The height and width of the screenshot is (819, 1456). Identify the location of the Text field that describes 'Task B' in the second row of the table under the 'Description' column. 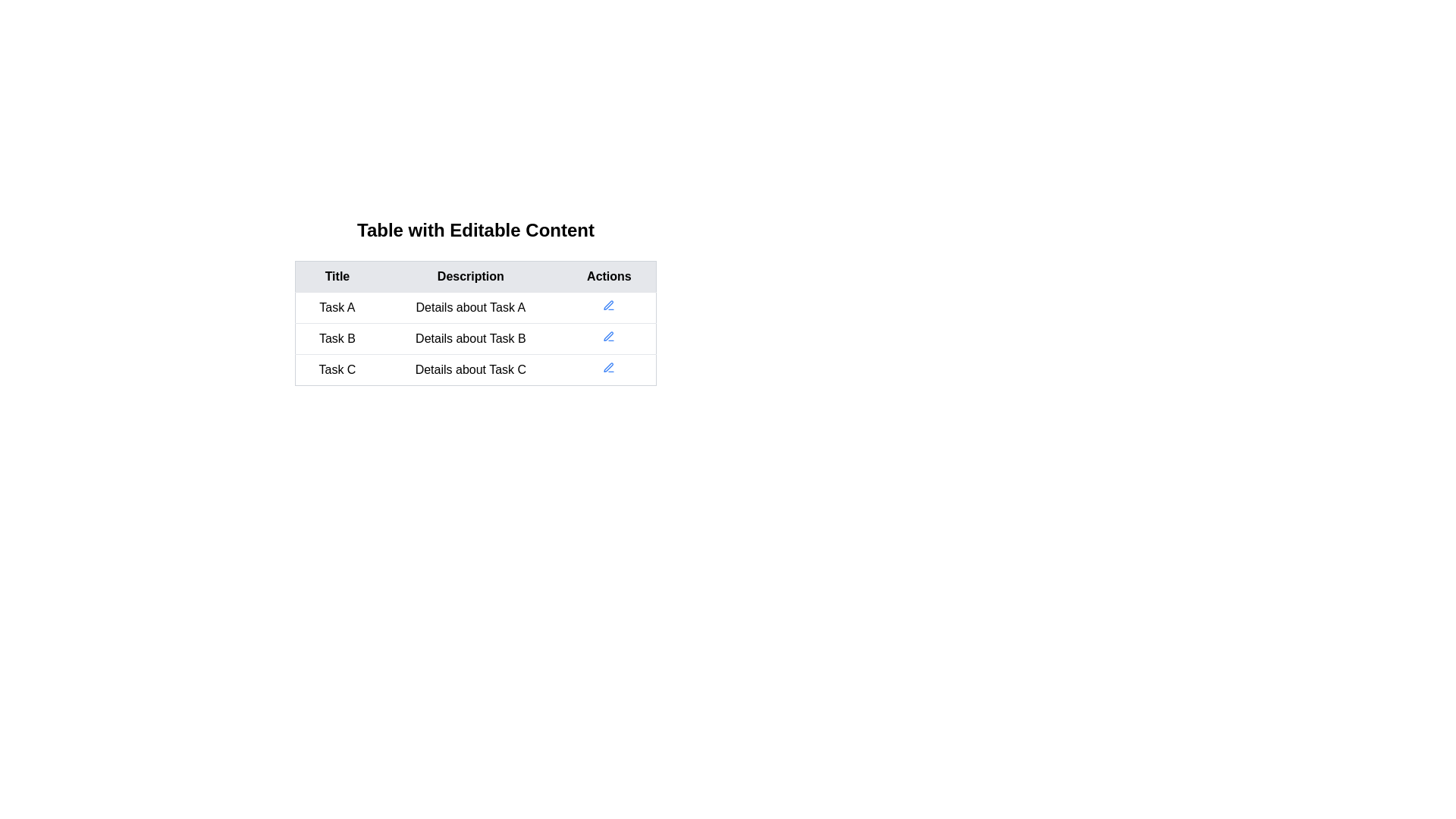
(469, 338).